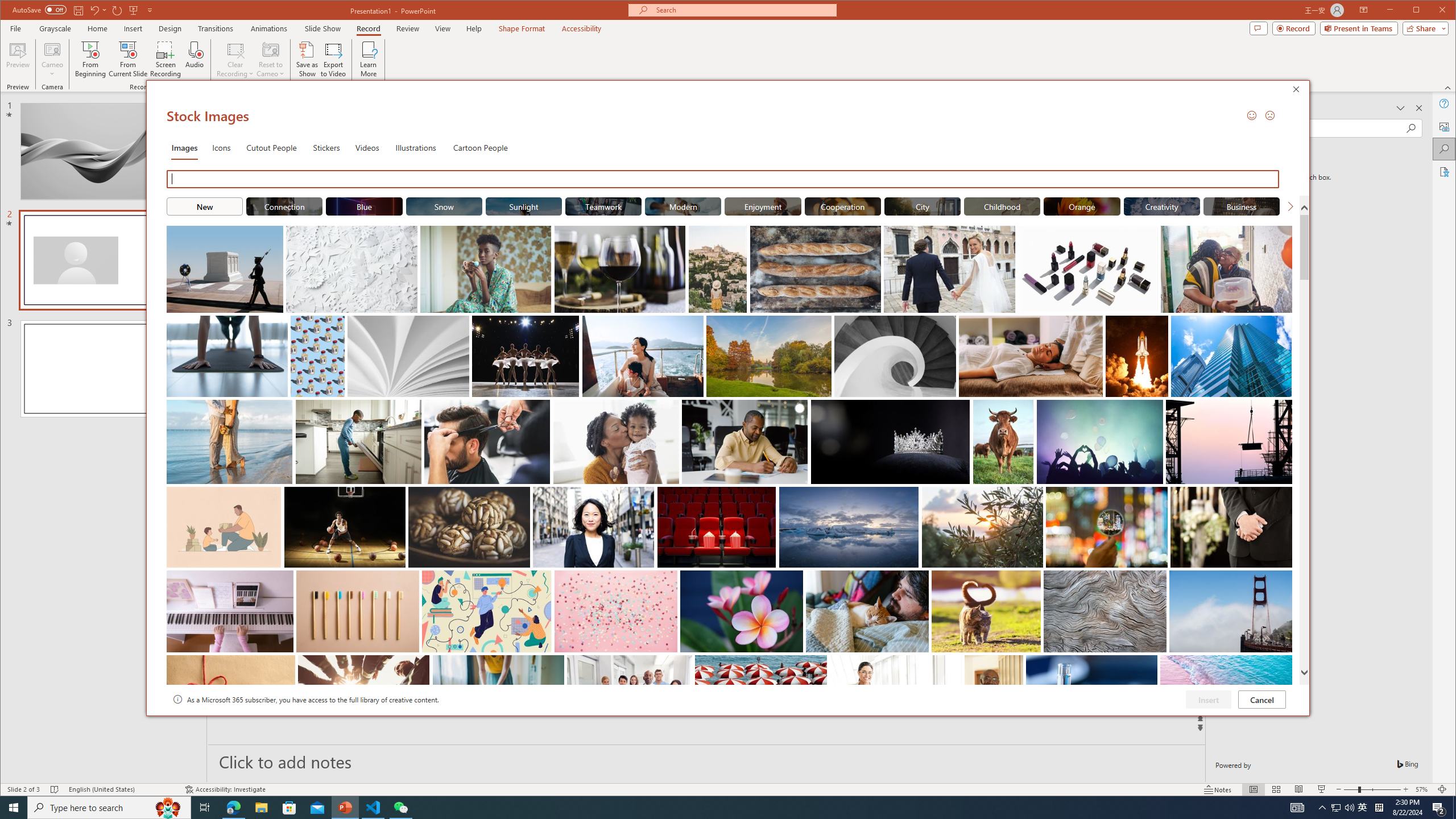 This screenshot has height=819, width=1456. What do you see at coordinates (90, 59) in the screenshot?
I see `'From Beginning...'` at bounding box center [90, 59].